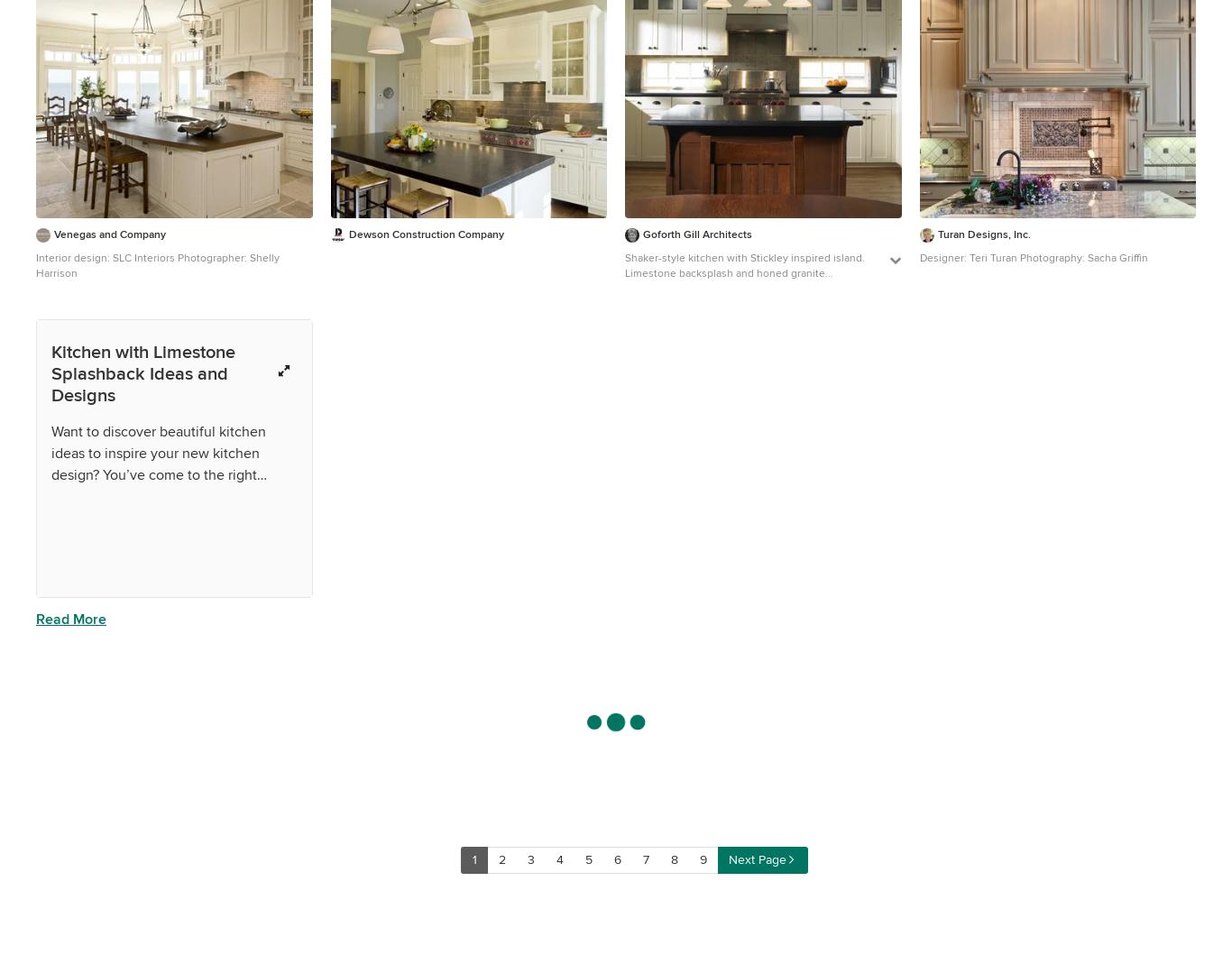  What do you see at coordinates (166, 502) in the screenshot?
I see `'What kind of kitchen design should I go for?'` at bounding box center [166, 502].